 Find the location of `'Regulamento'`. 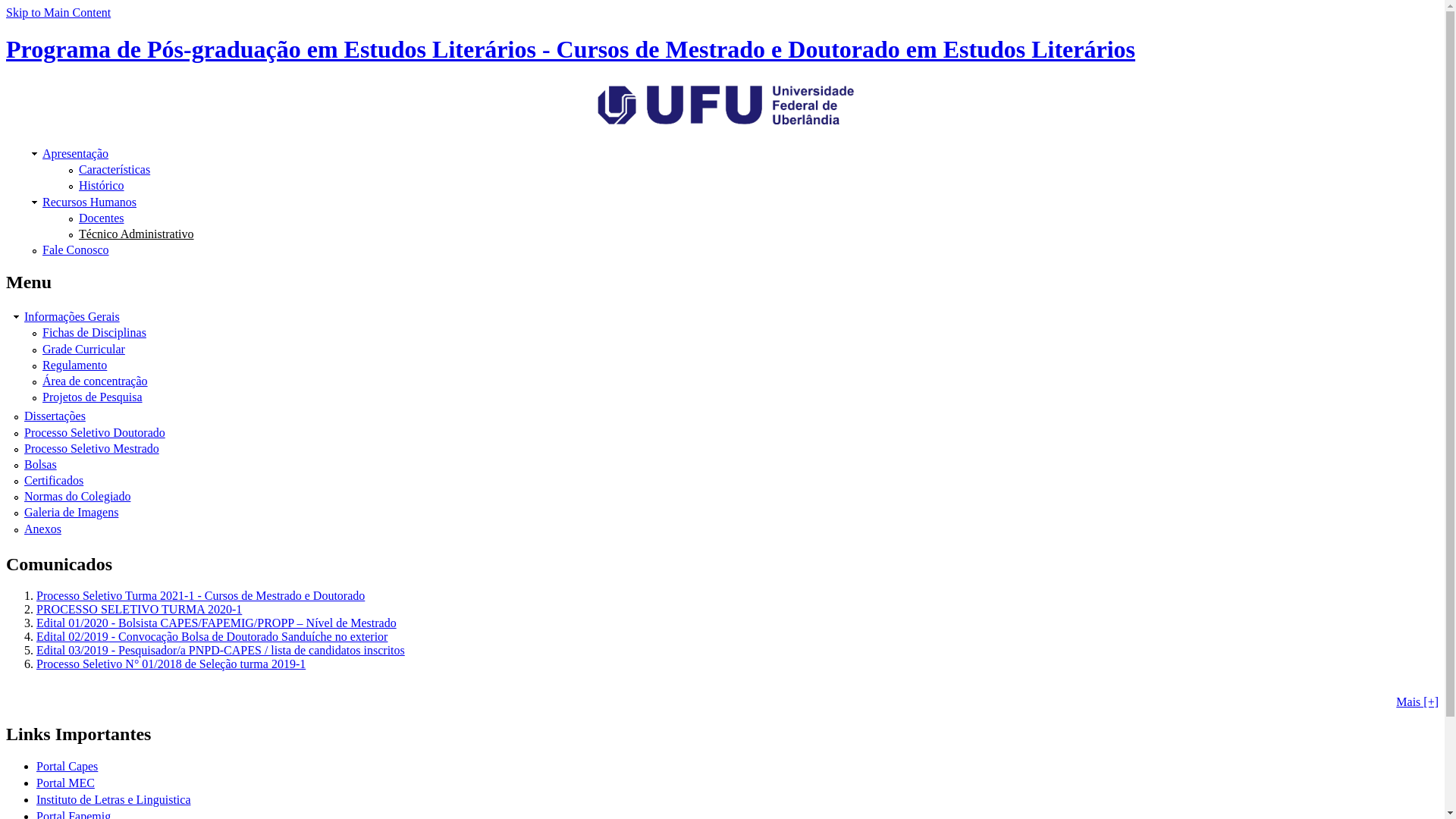

'Regulamento' is located at coordinates (42, 365).